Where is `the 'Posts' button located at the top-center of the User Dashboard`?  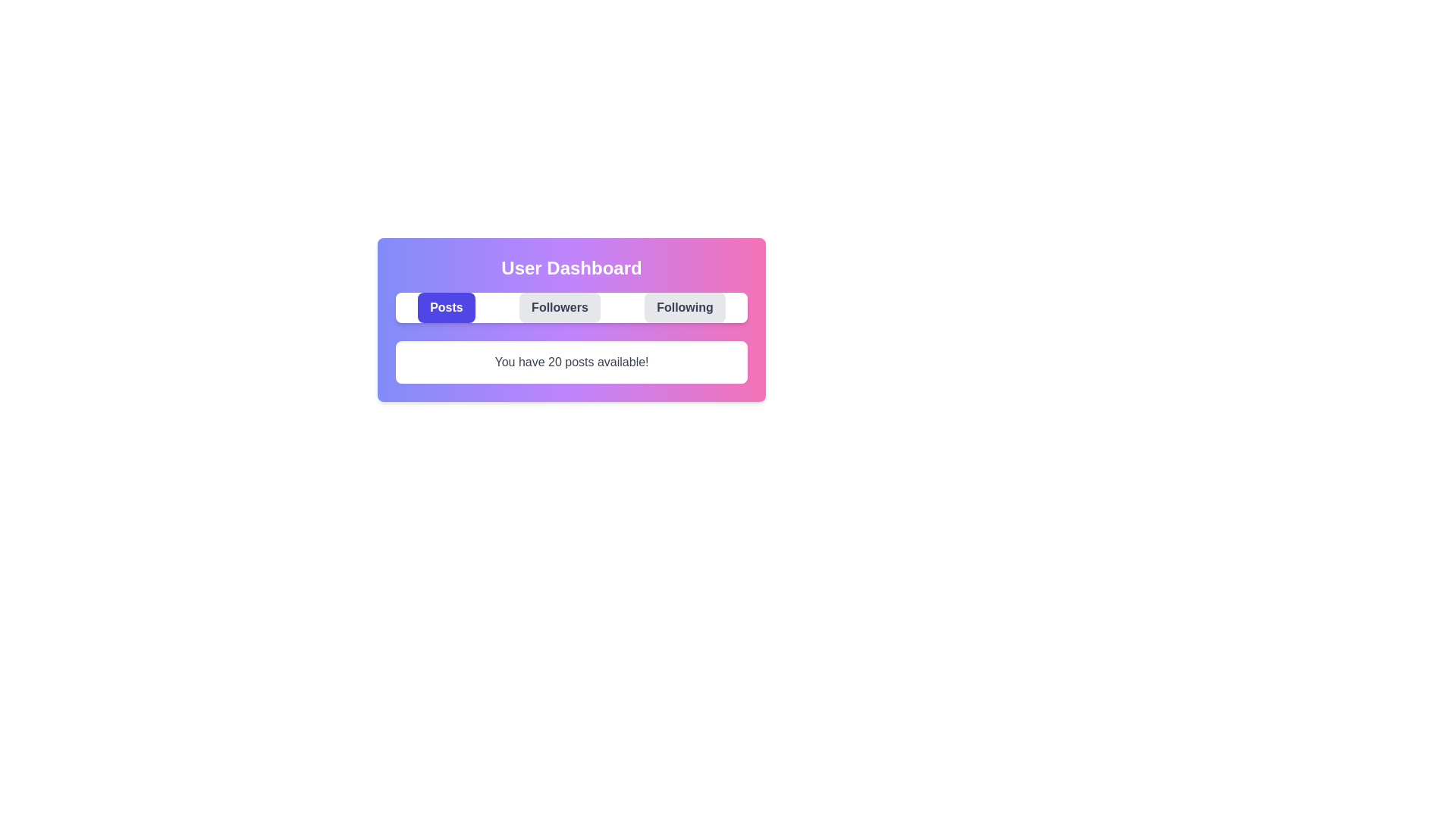 the 'Posts' button located at the top-center of the User Dashboard is located at coordinates (446, 307).